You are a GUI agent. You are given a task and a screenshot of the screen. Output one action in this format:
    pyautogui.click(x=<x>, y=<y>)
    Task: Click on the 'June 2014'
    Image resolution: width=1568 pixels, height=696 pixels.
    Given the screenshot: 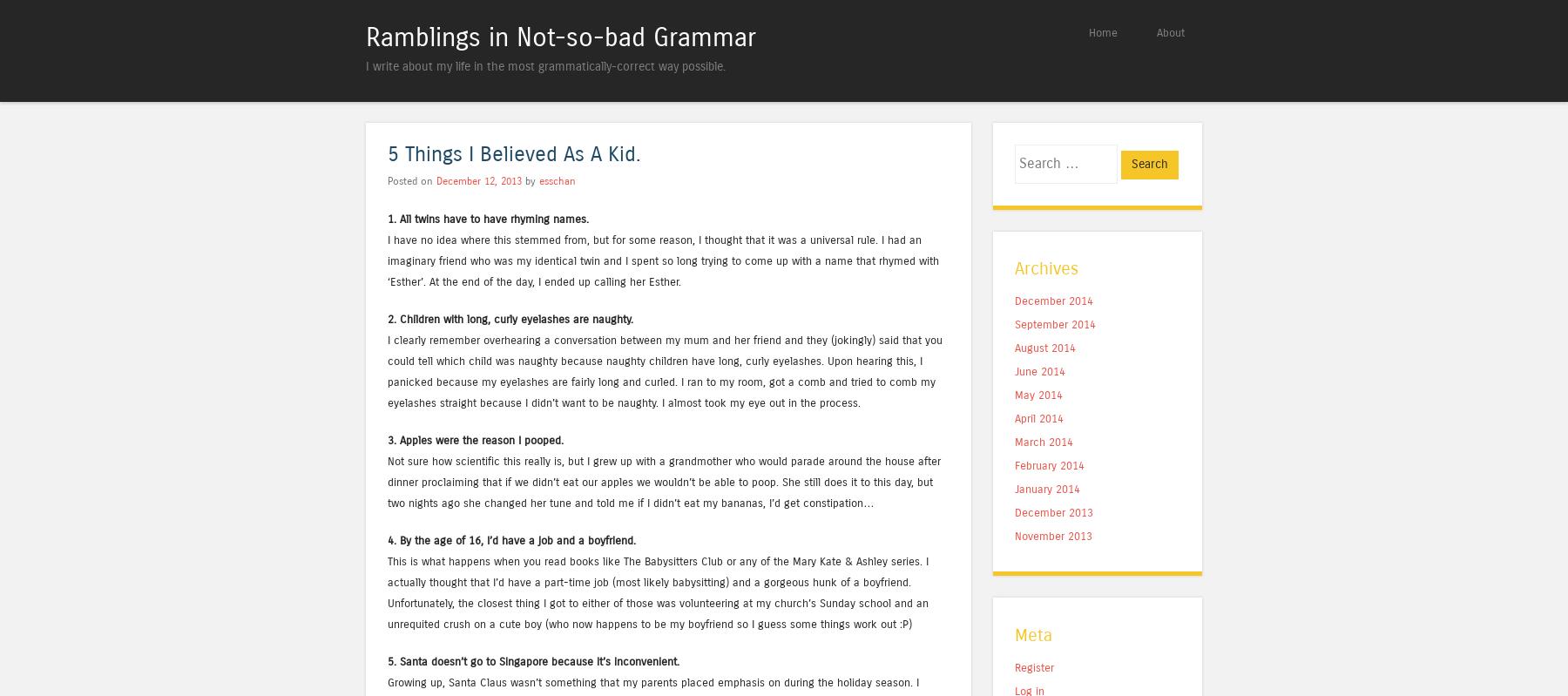 What is the action you would take?
    pyautogui.click(x=1038, y=370)
    